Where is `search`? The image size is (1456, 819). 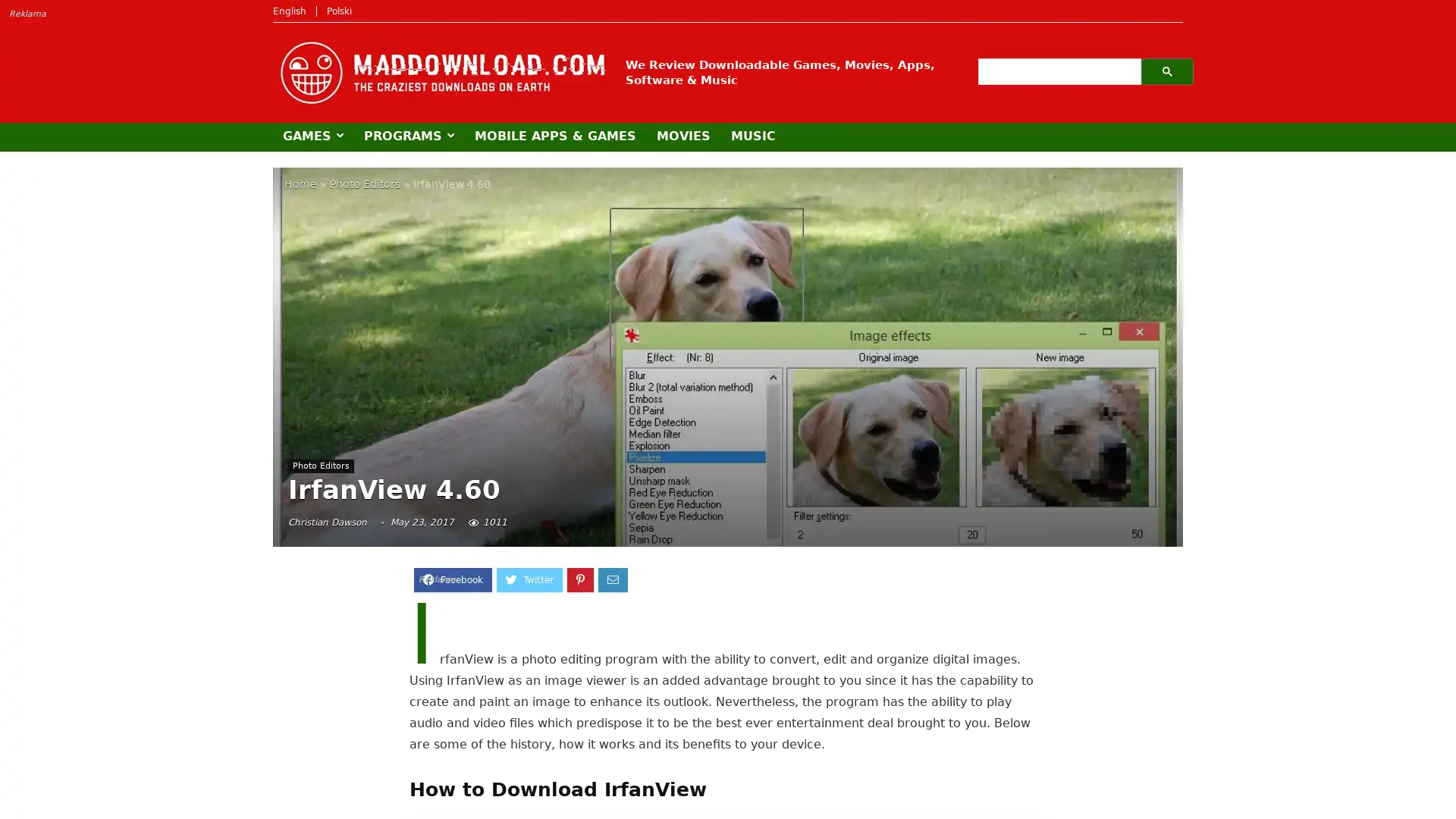
search is located at coordinates (1166, 71).